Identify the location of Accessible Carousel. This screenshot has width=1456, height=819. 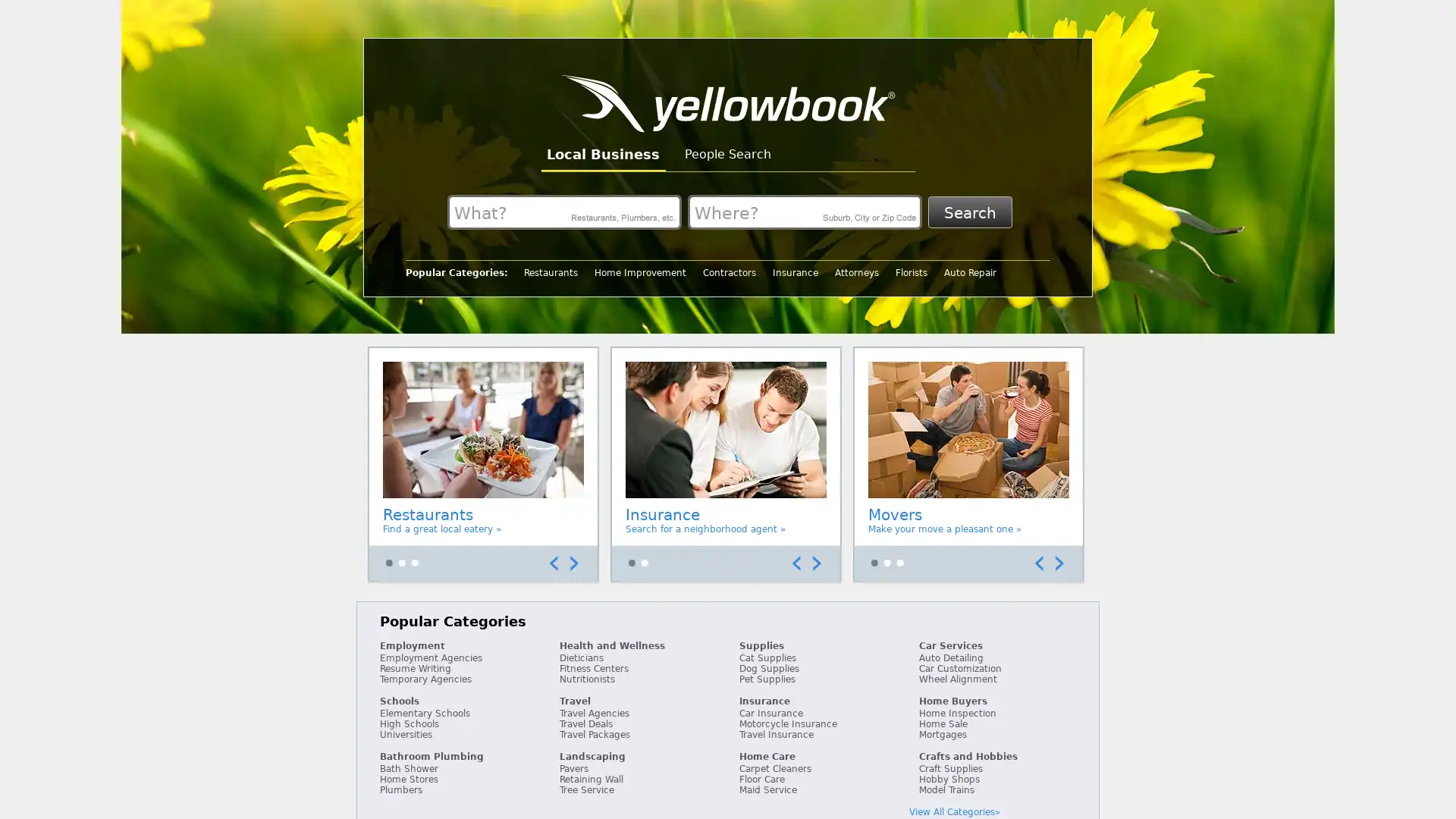
(369, 348).